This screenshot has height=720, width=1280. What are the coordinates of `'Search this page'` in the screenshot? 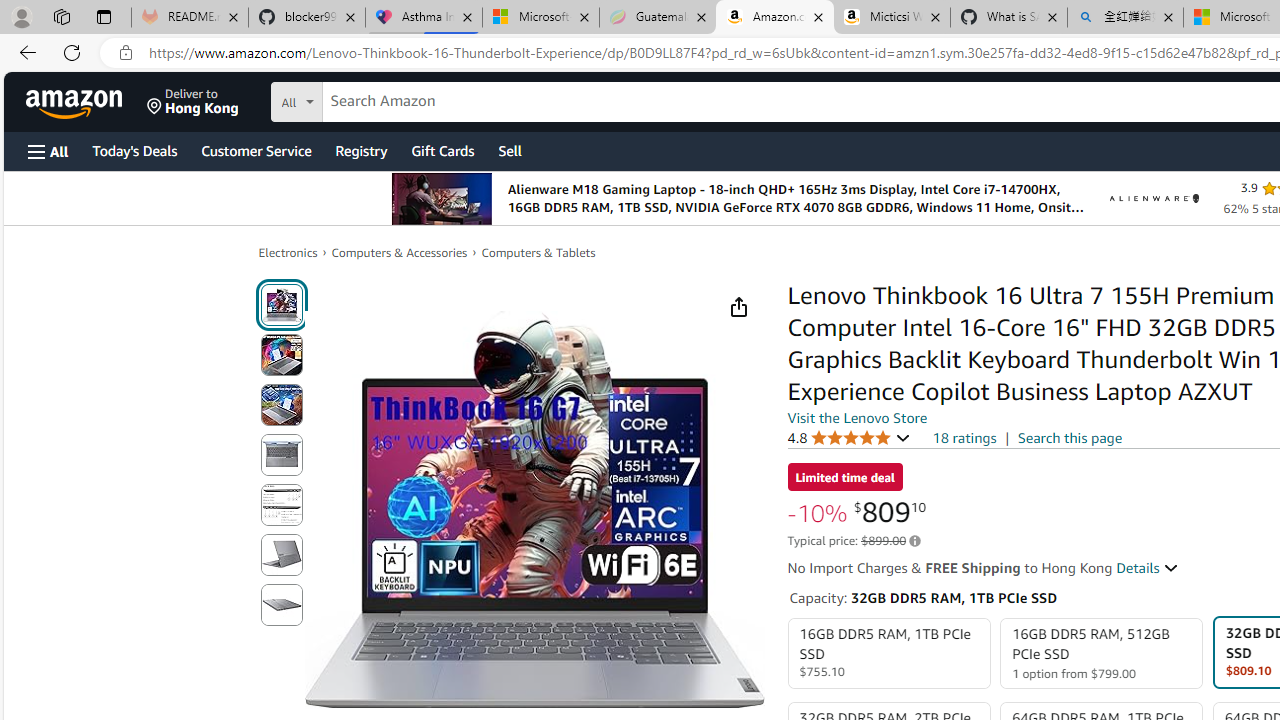 It's located at (1069, 436).